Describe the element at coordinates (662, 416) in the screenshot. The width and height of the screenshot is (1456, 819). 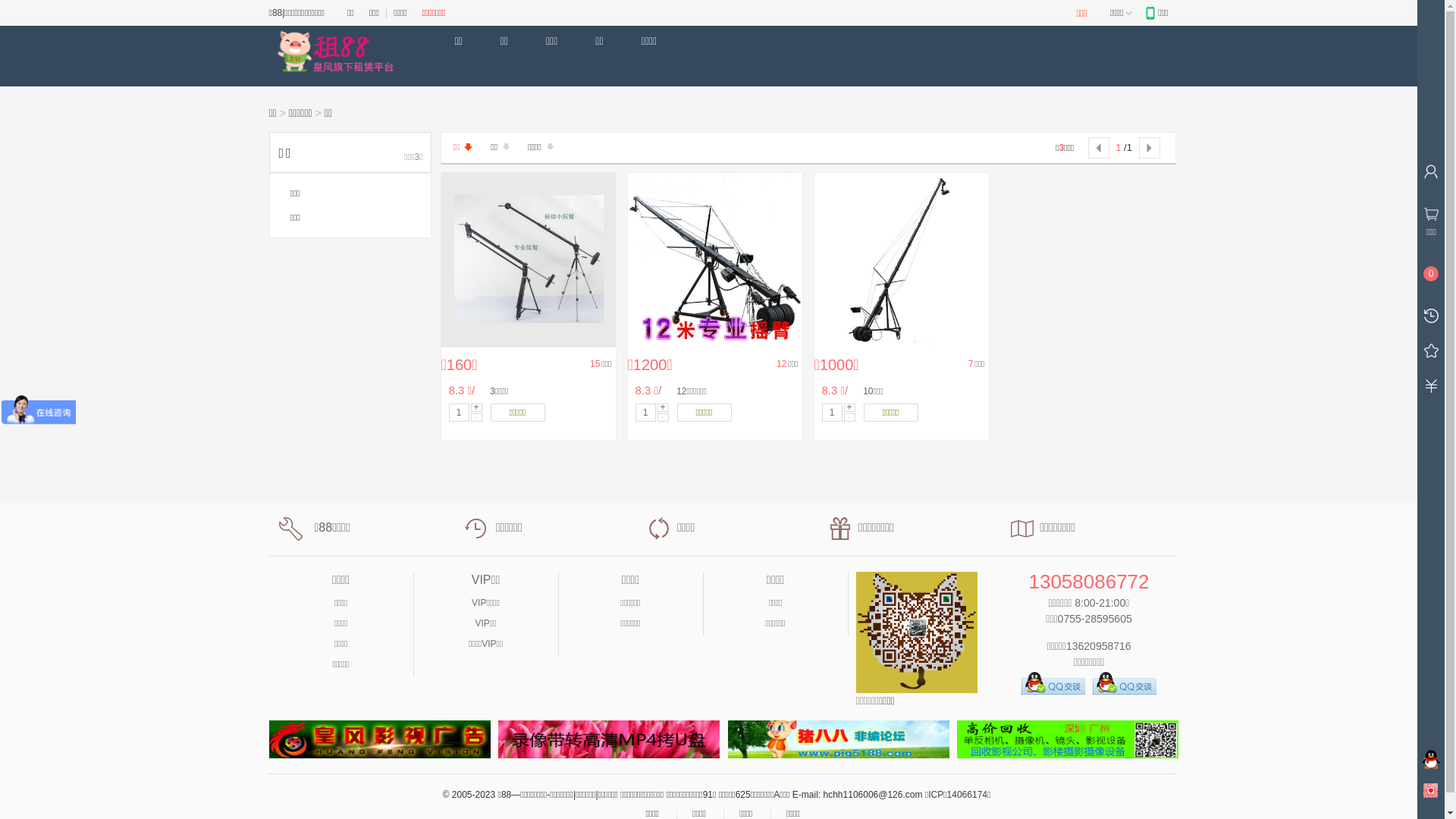
I see `'-'` at that location.